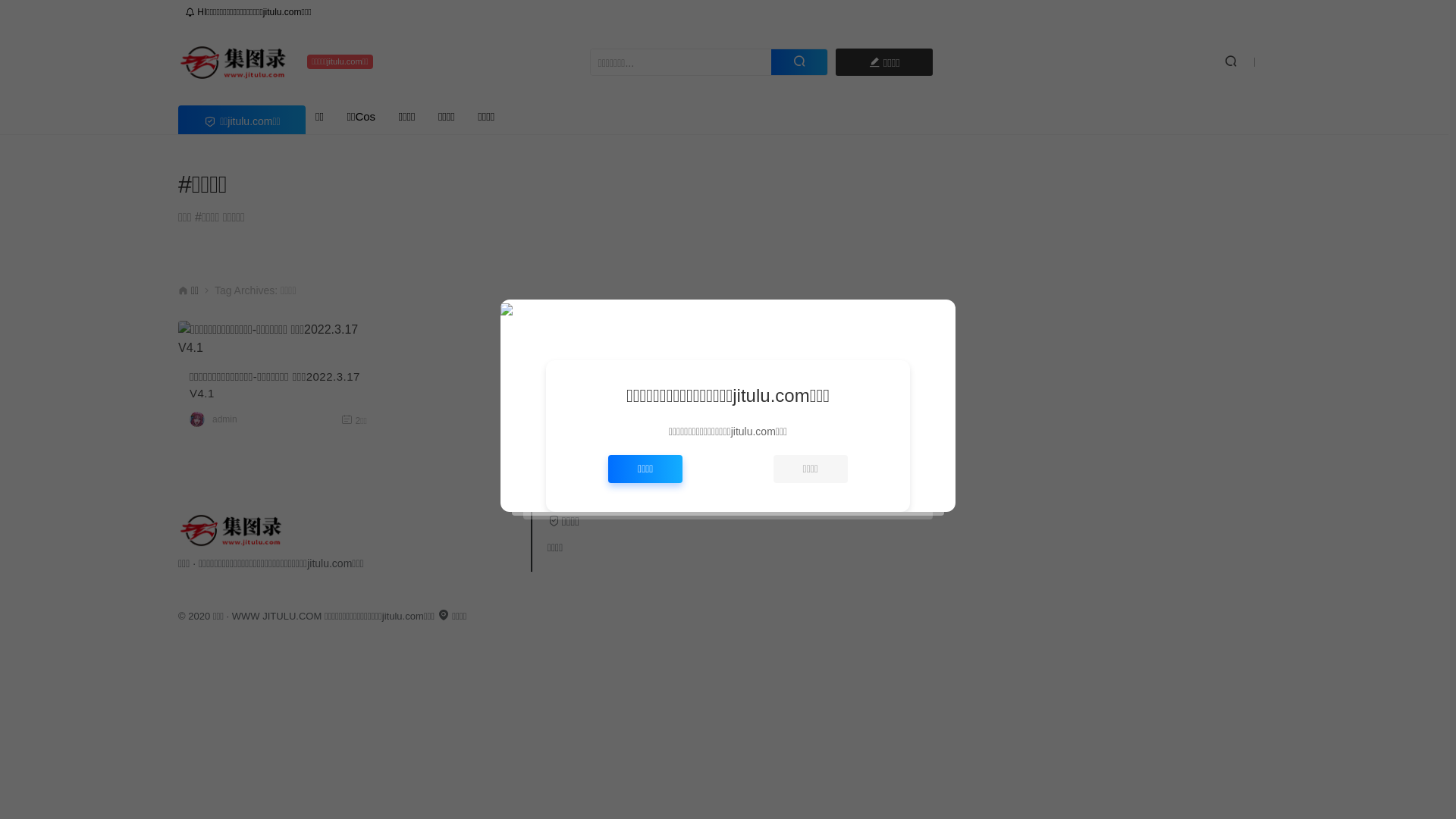 This screenshot has width=1456, height=819. Describe the element at coordinates (224, 419) in the screenshot. I see `'admin'` at that location.